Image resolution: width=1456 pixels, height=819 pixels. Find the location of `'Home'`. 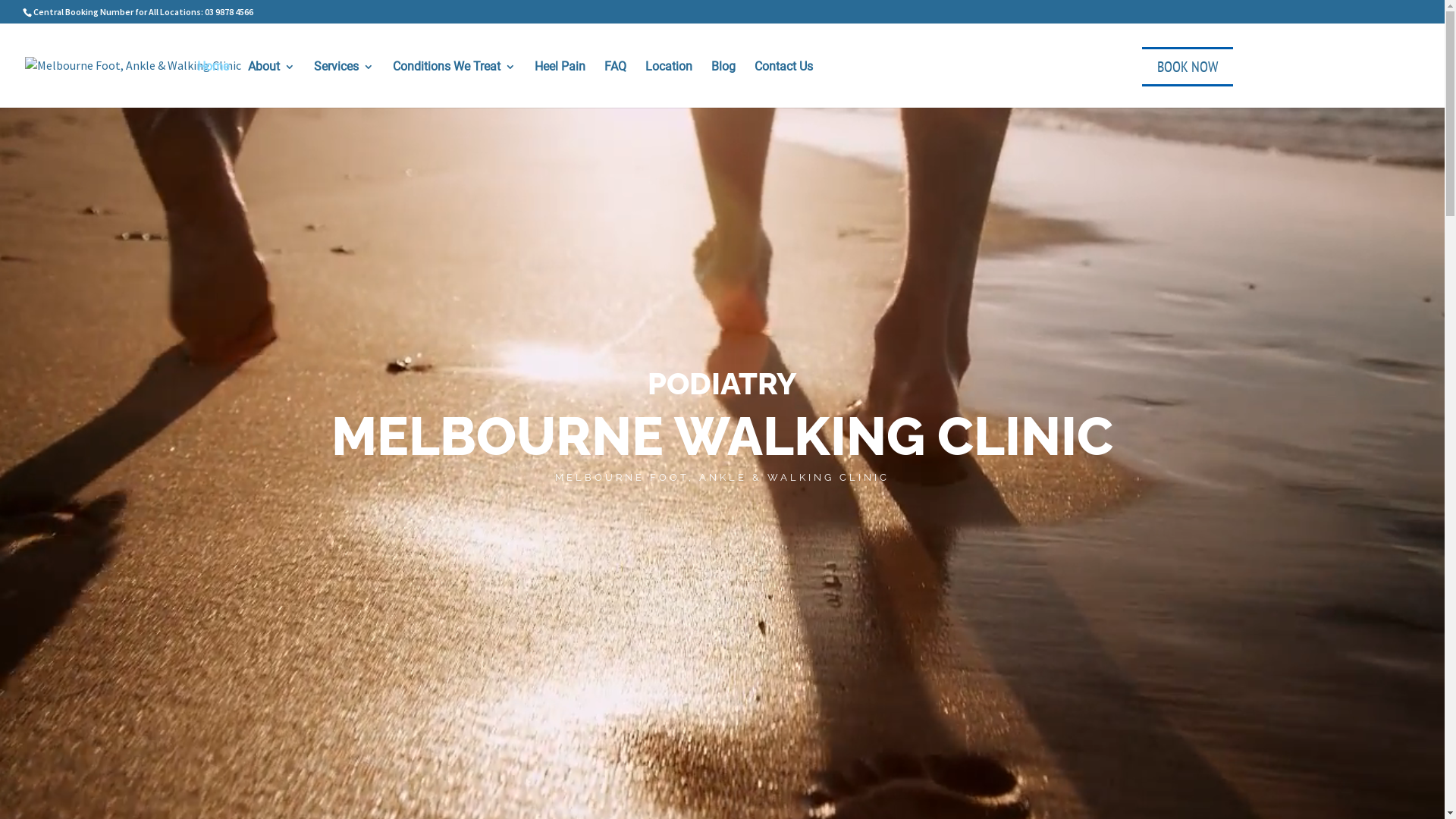

'Home' is located at coordinates (212, 82).